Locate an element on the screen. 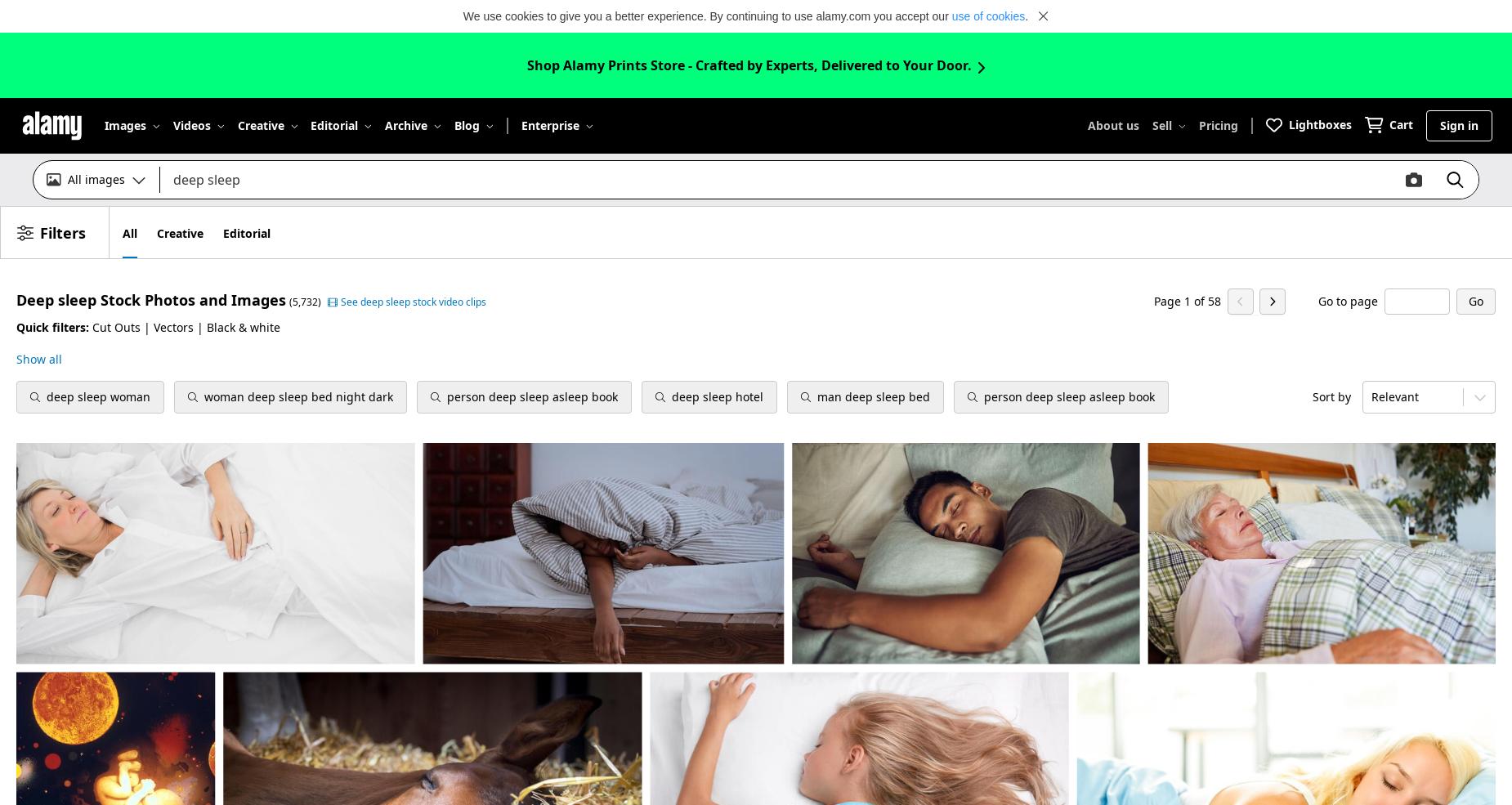  'deep sleep hotel' is located at coordinates (671, 396).